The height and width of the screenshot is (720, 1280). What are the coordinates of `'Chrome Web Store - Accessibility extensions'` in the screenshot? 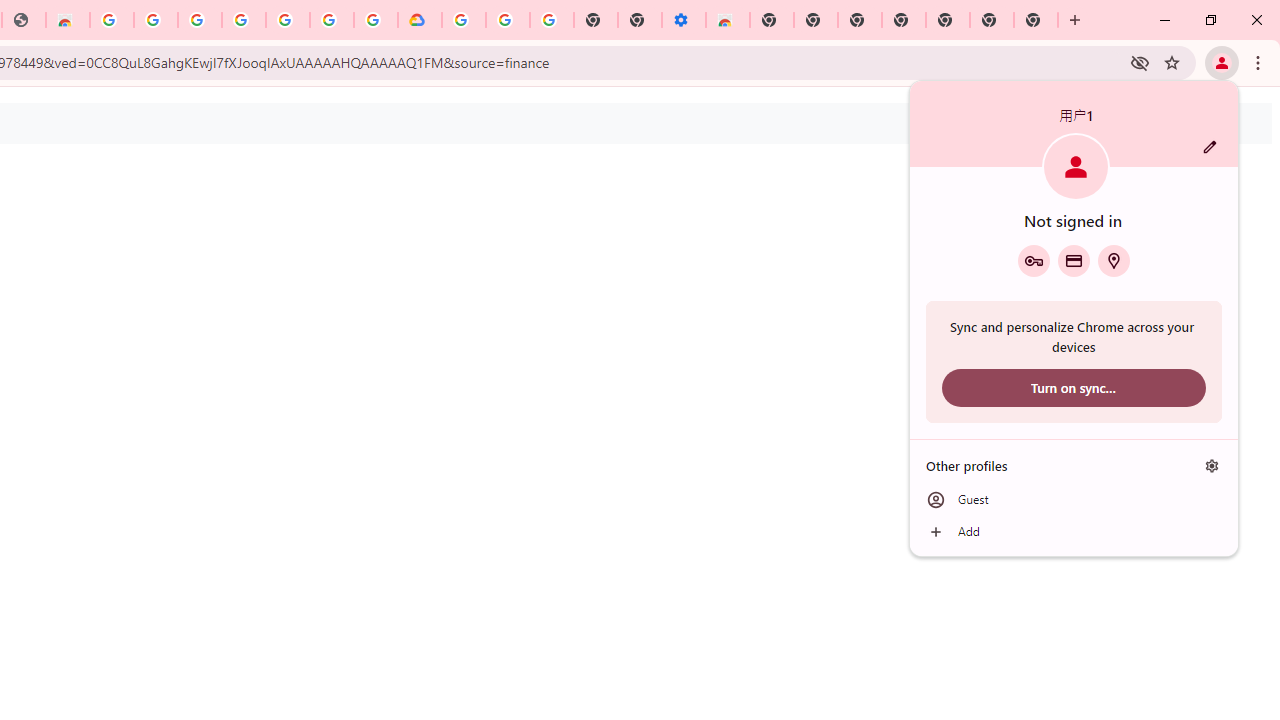 It's located at (727, 20).